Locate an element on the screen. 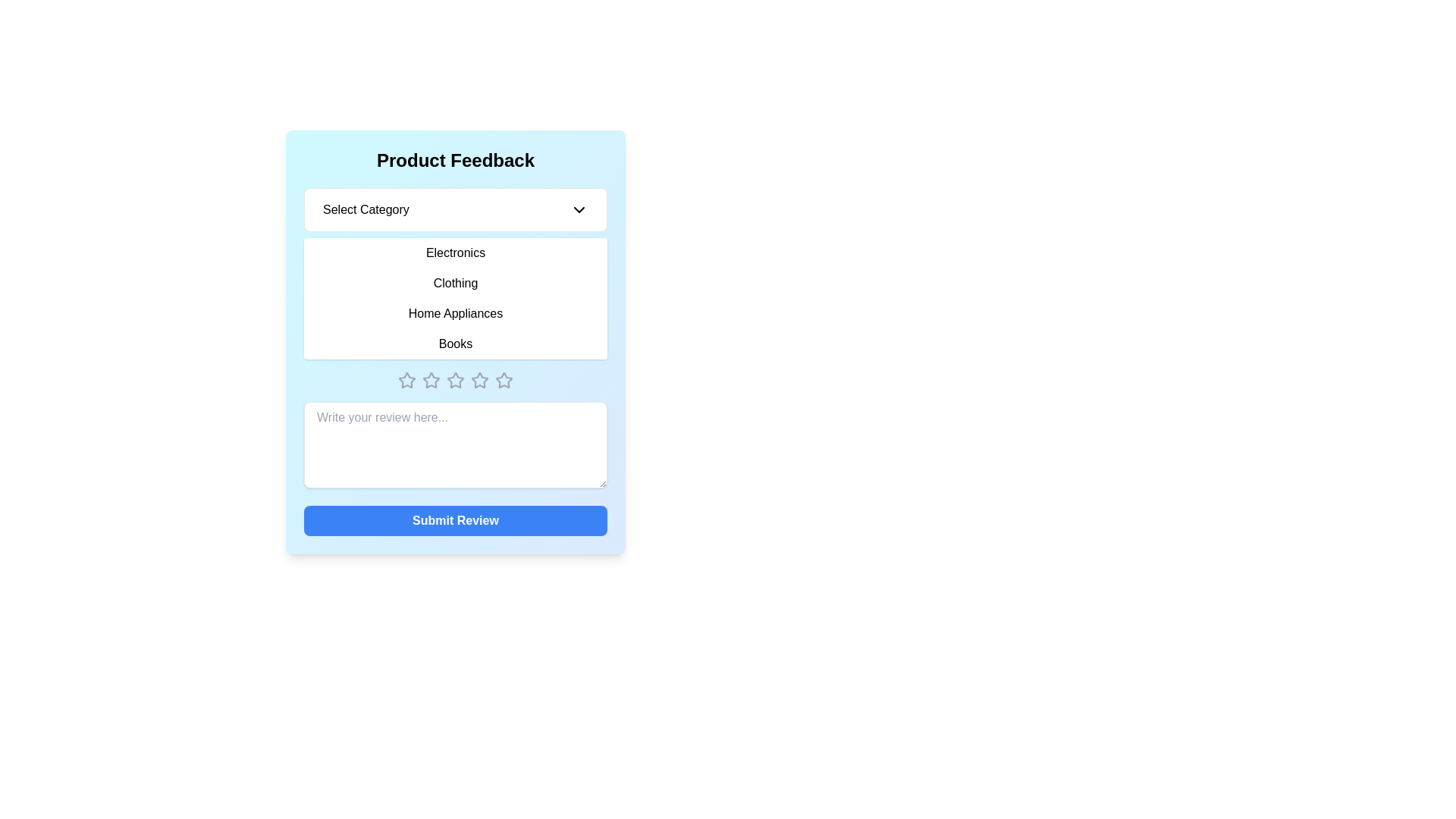 This screenshot has width=1456, height=819. the 'Books' category option in the dropdown menu is located at coordinates (454, 344).